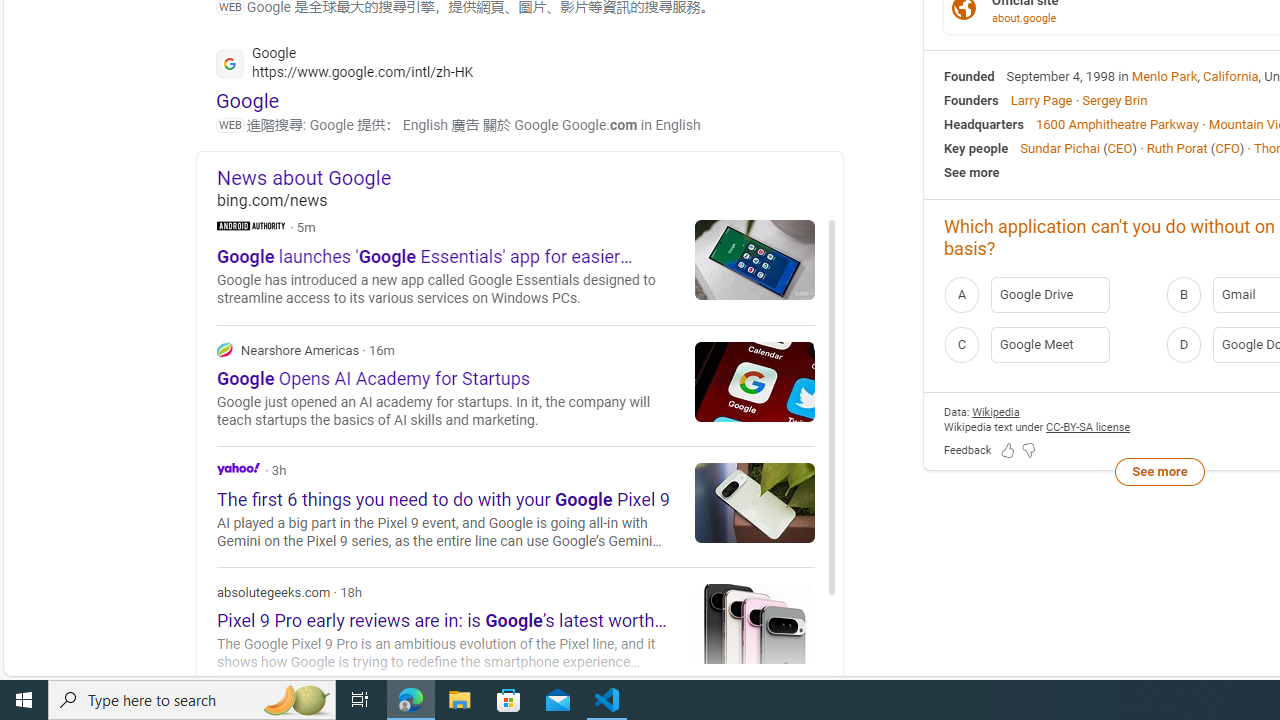  I want to click on 'Founded', so click(969, 74).